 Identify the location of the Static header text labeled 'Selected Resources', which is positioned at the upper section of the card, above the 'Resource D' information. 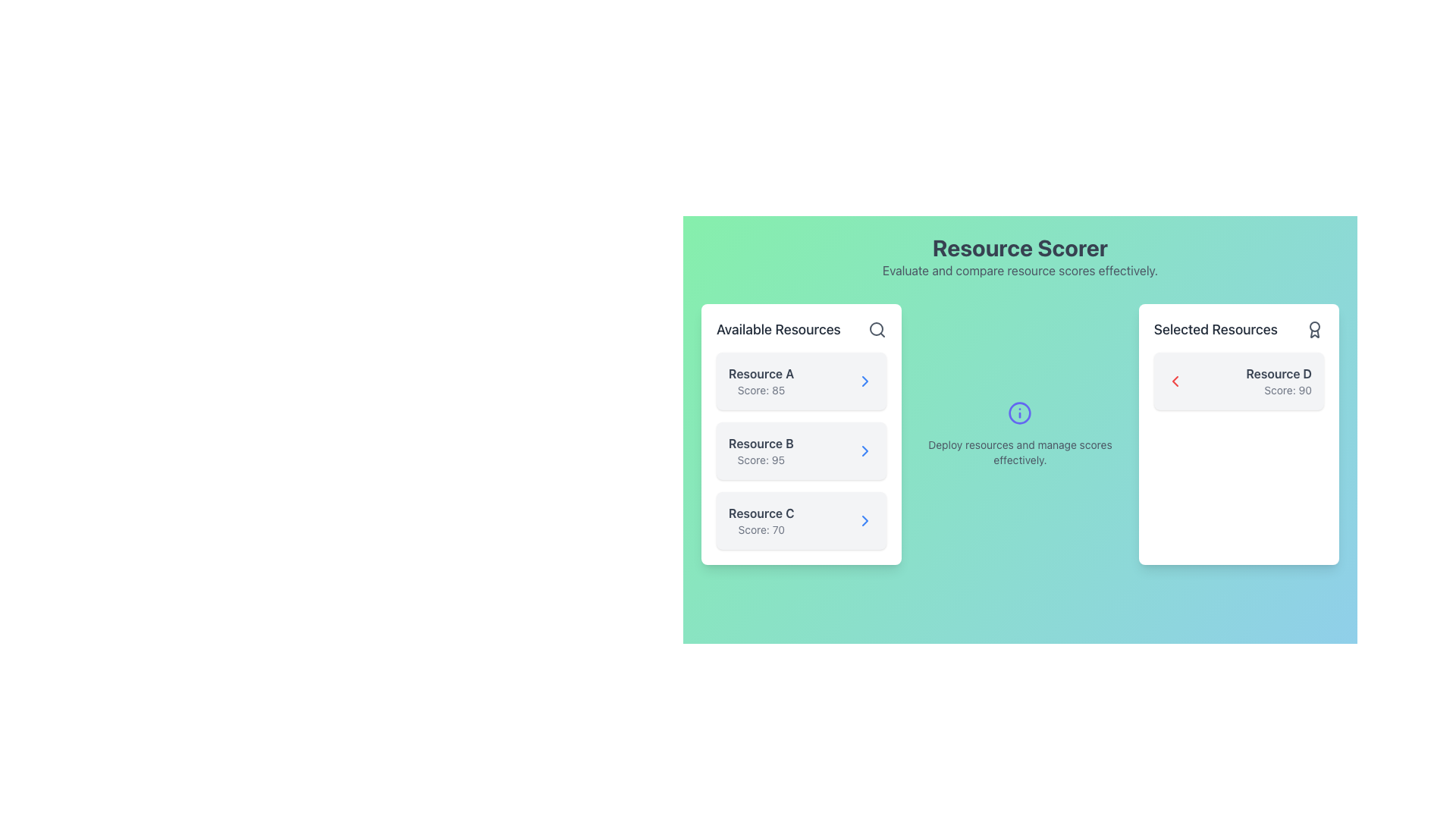
(1238, 329).